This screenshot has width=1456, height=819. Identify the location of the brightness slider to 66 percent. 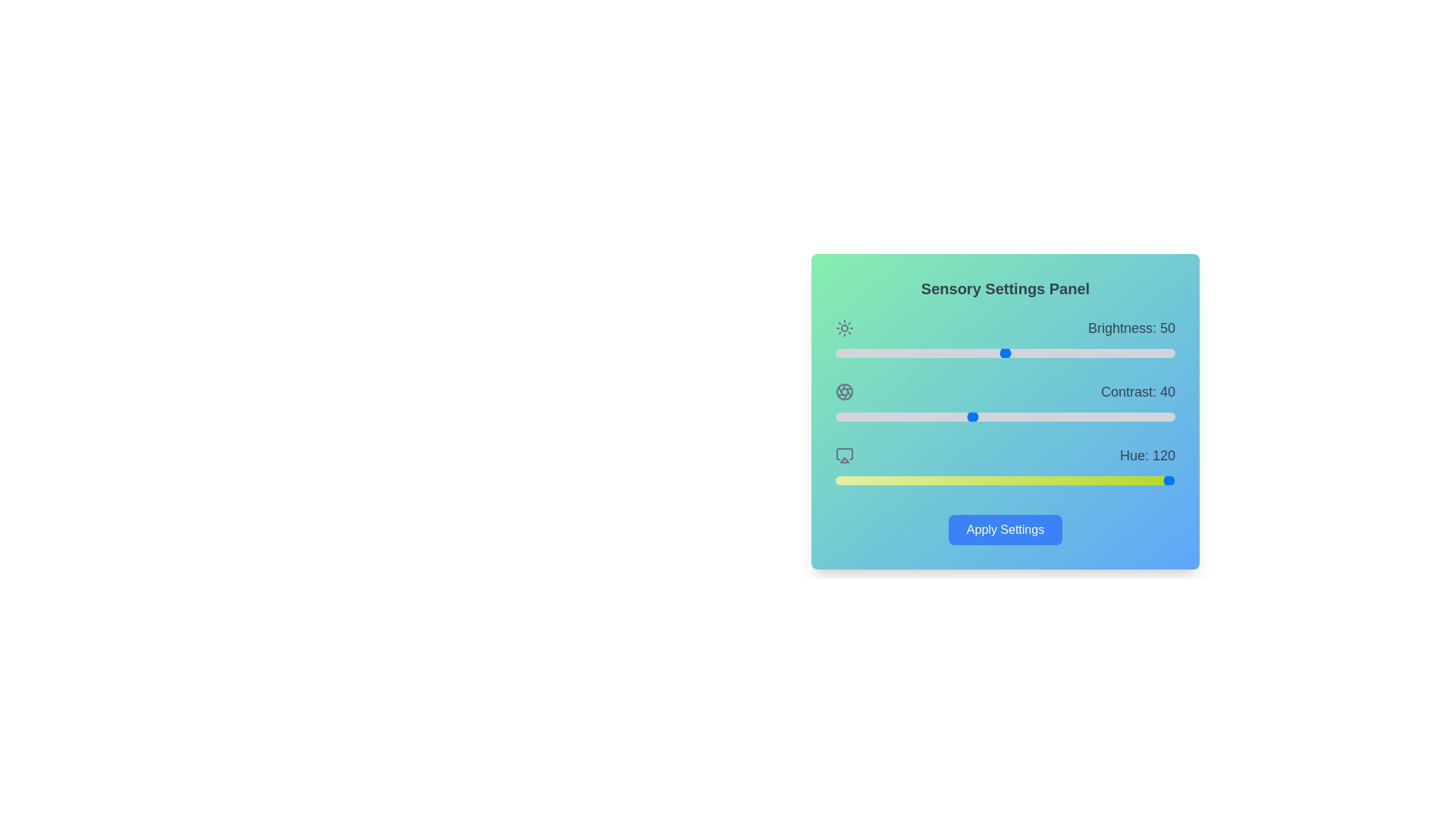
(1059, 353).